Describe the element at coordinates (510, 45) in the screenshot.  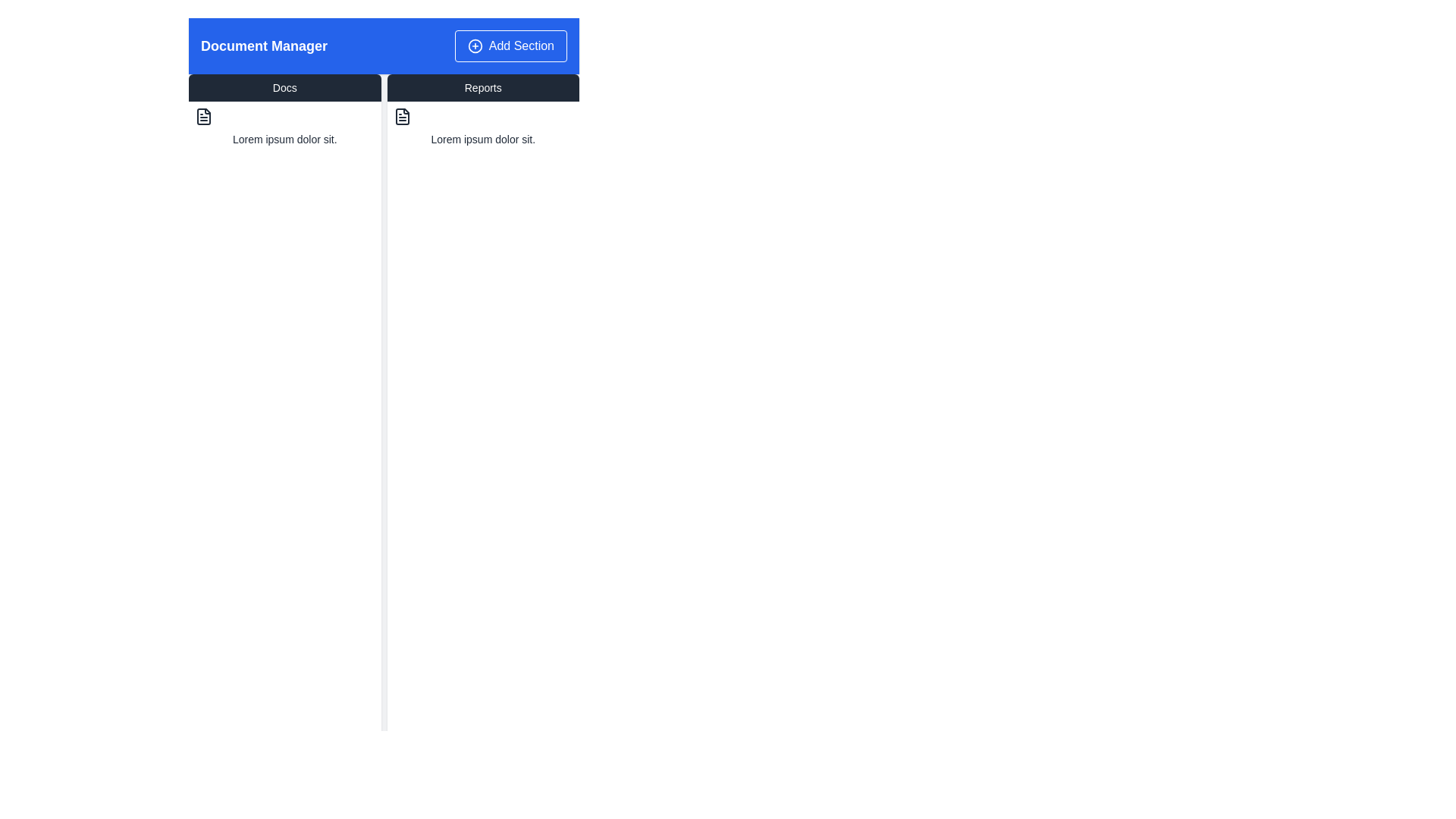
I see `the 'Add Section' button located in the top-right corner of the header bar` at that location.